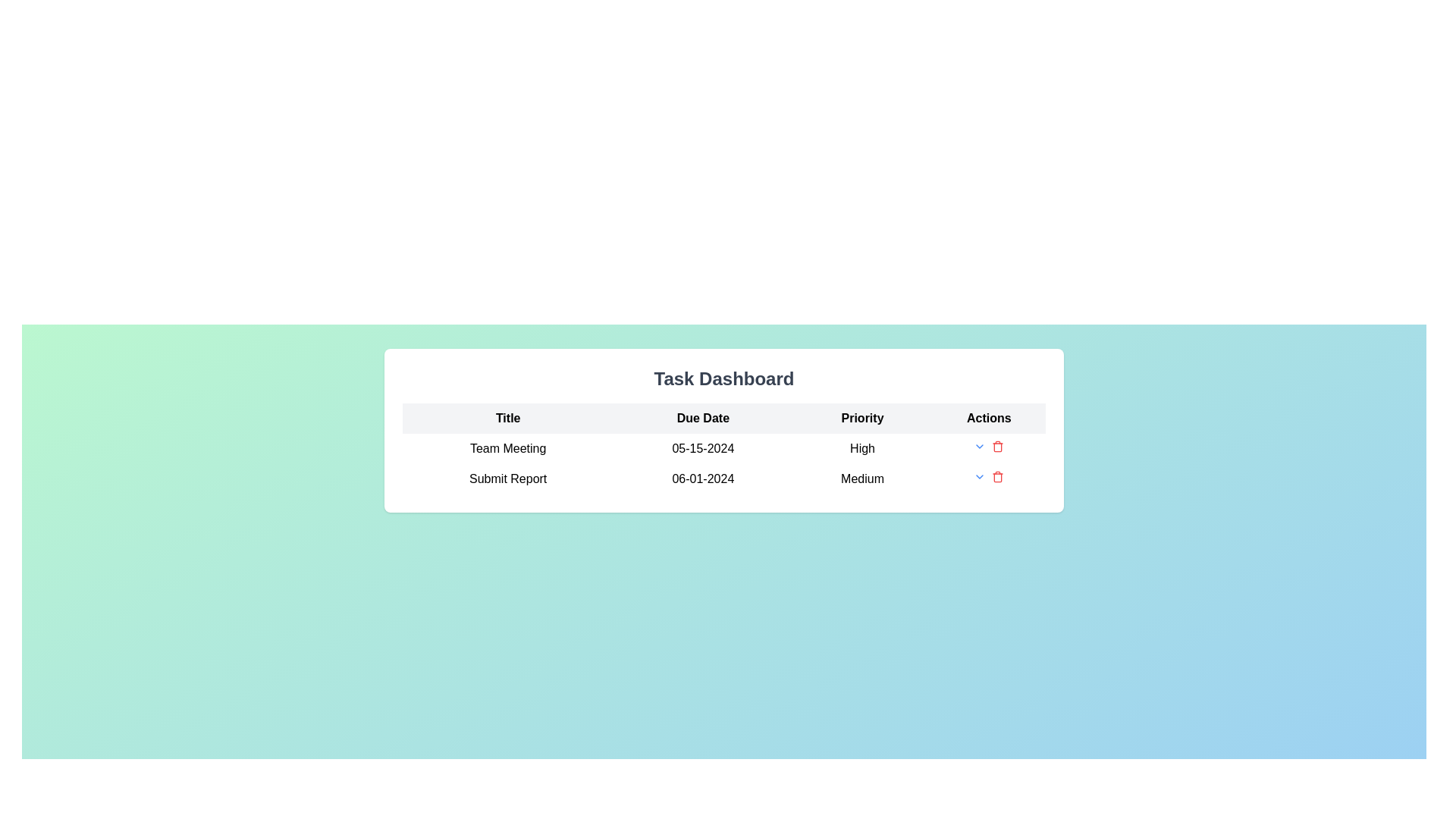 The image size is (1456, 819). What do you see at coordinates (702, 418) in the screenshot?
I see `the 'Due Date' text label, which serves as a header for the table column between 'Title' and 'Priority'` at bounding box center [702, 418].